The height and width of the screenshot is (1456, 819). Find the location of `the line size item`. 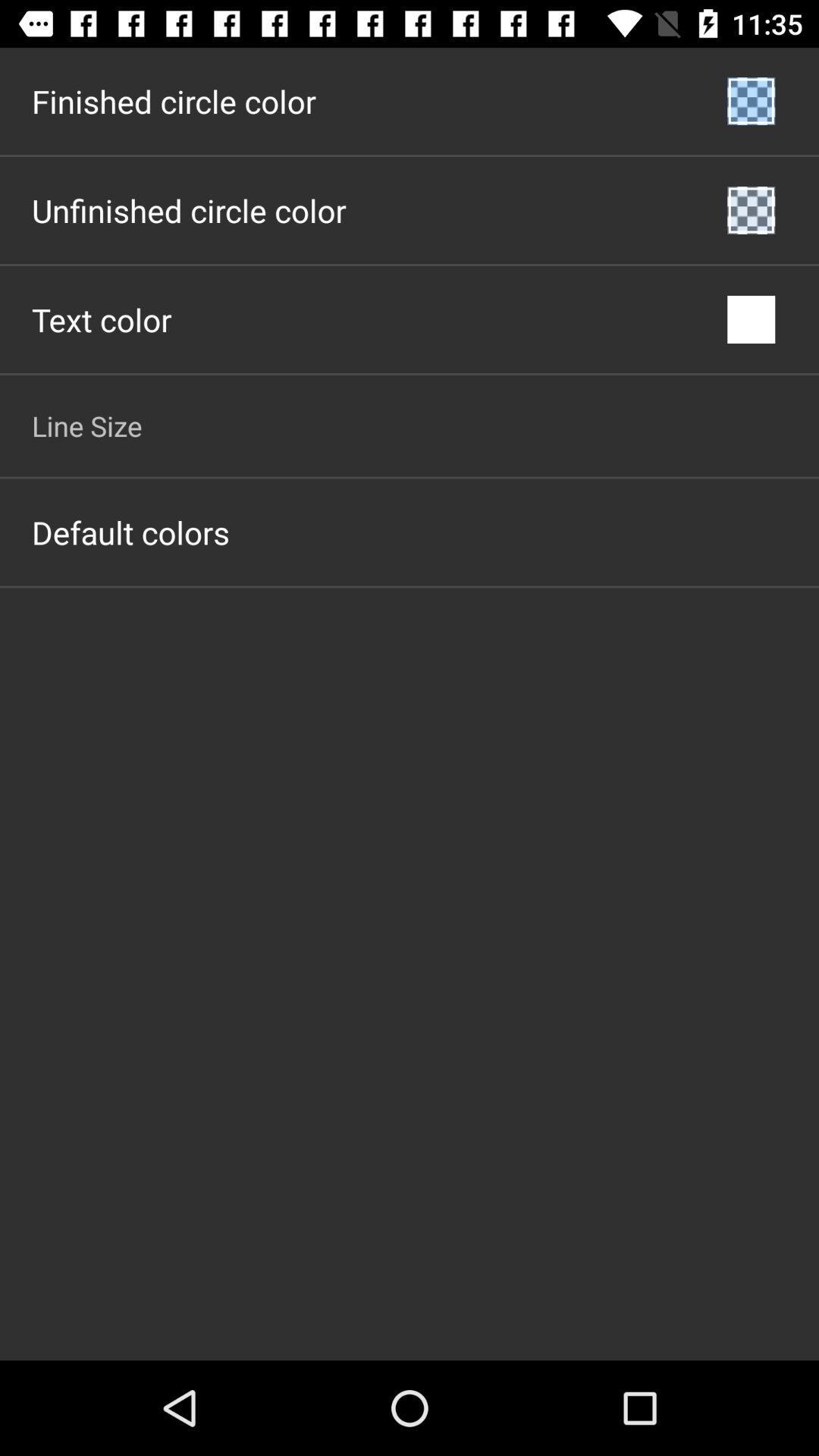

the line size item is located at coordinates (86, 425).